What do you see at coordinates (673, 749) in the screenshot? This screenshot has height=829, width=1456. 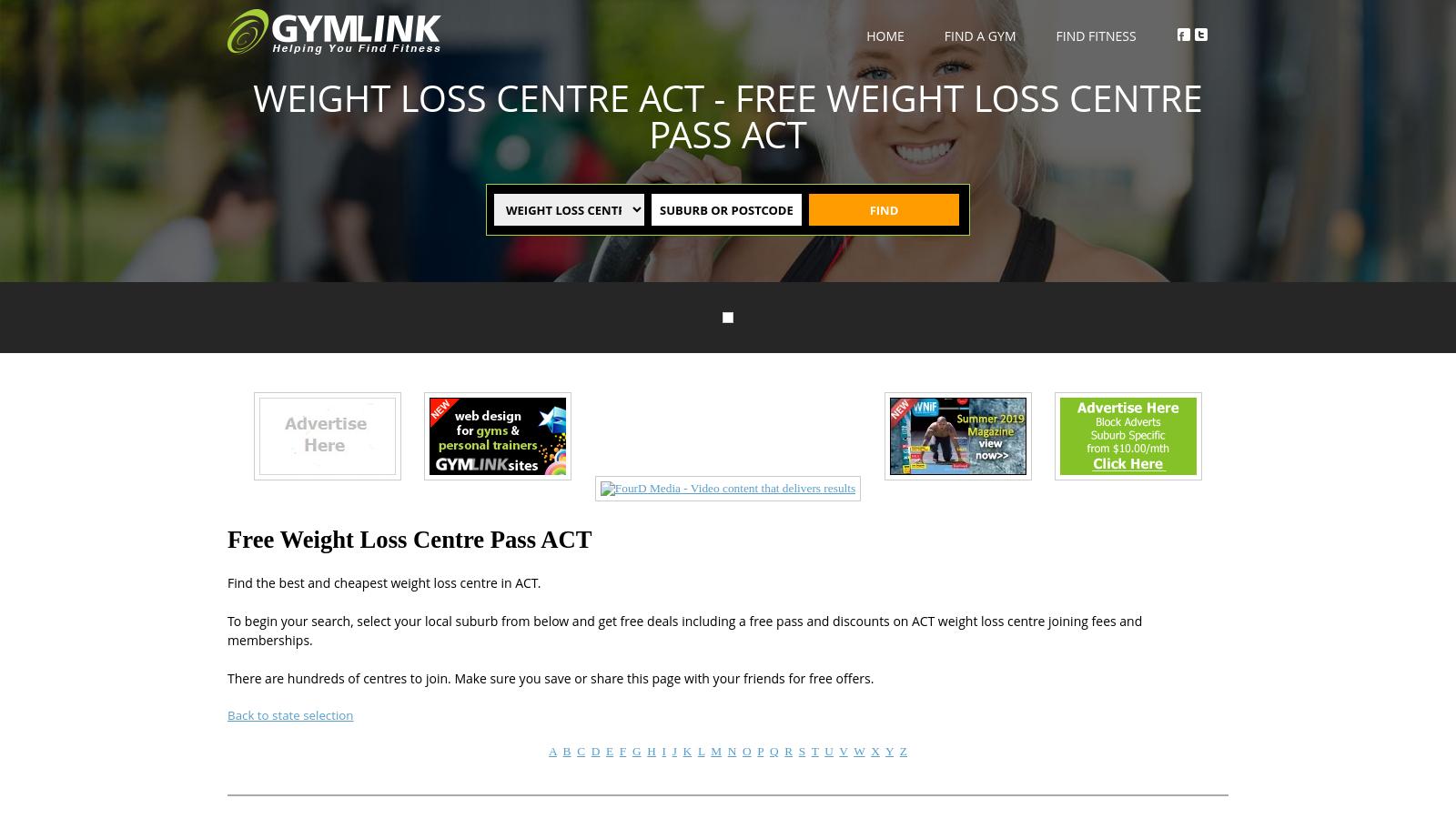 I see `'J'` at bounding box center [673, 749].